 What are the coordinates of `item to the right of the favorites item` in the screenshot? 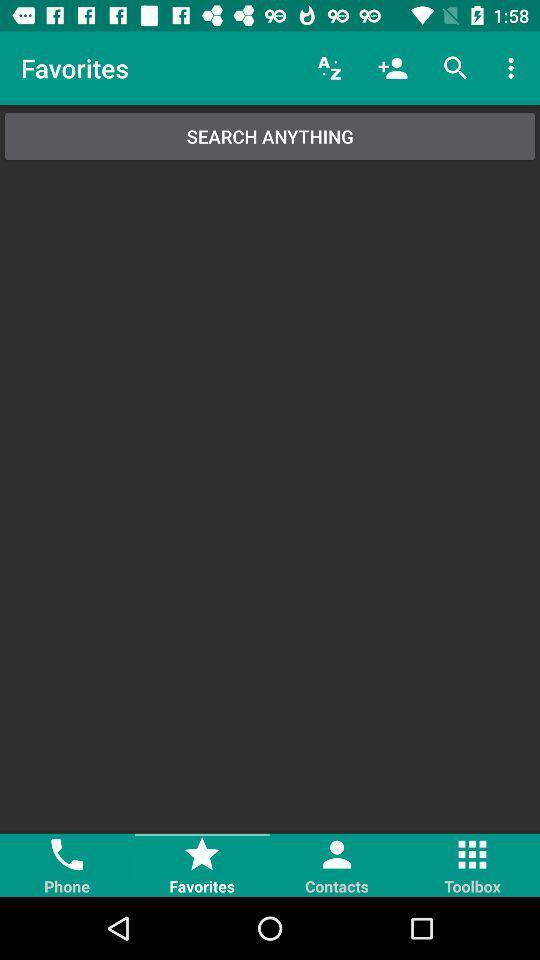 It's located at (329, 68).